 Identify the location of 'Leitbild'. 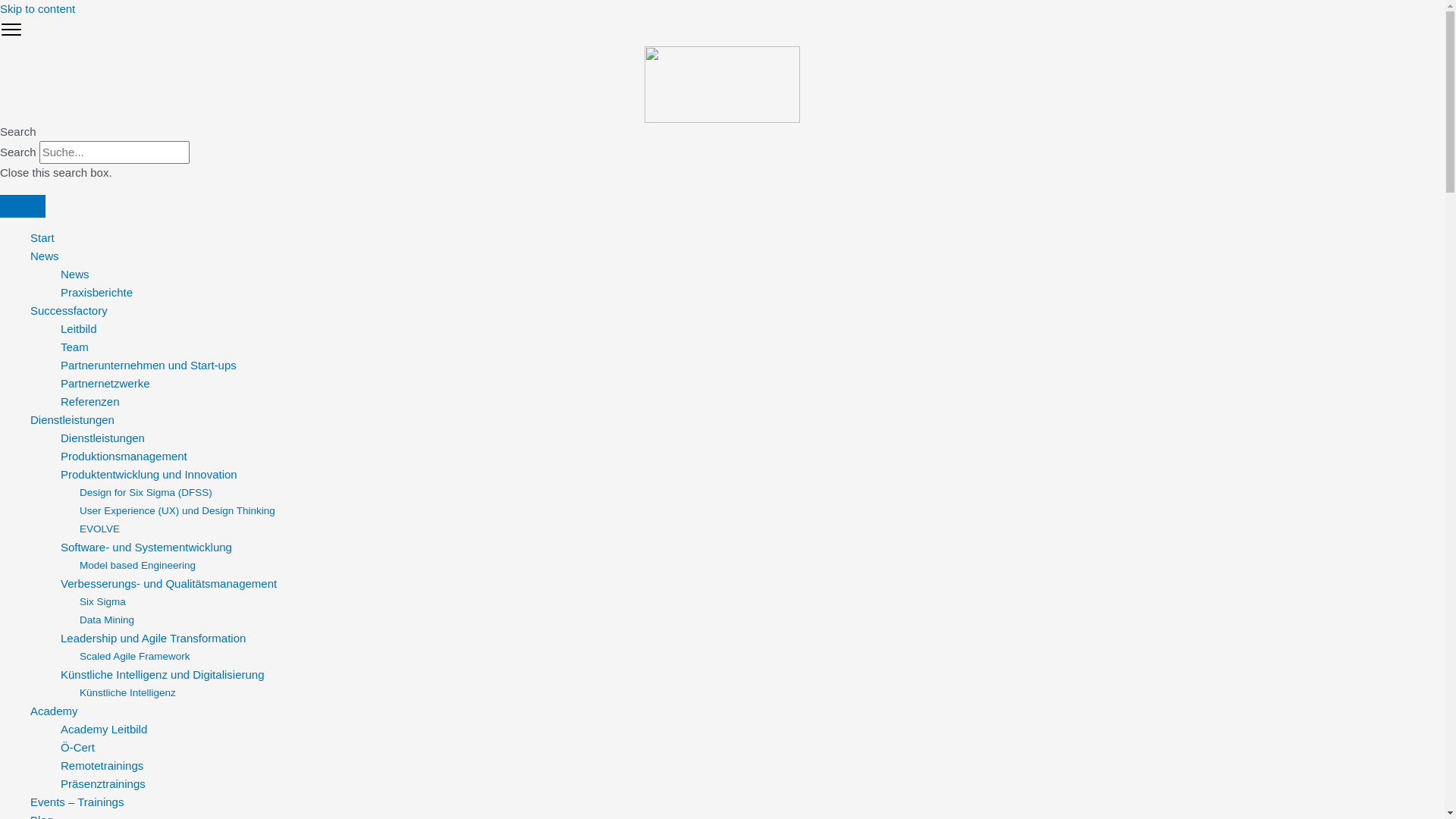
(78, 328).